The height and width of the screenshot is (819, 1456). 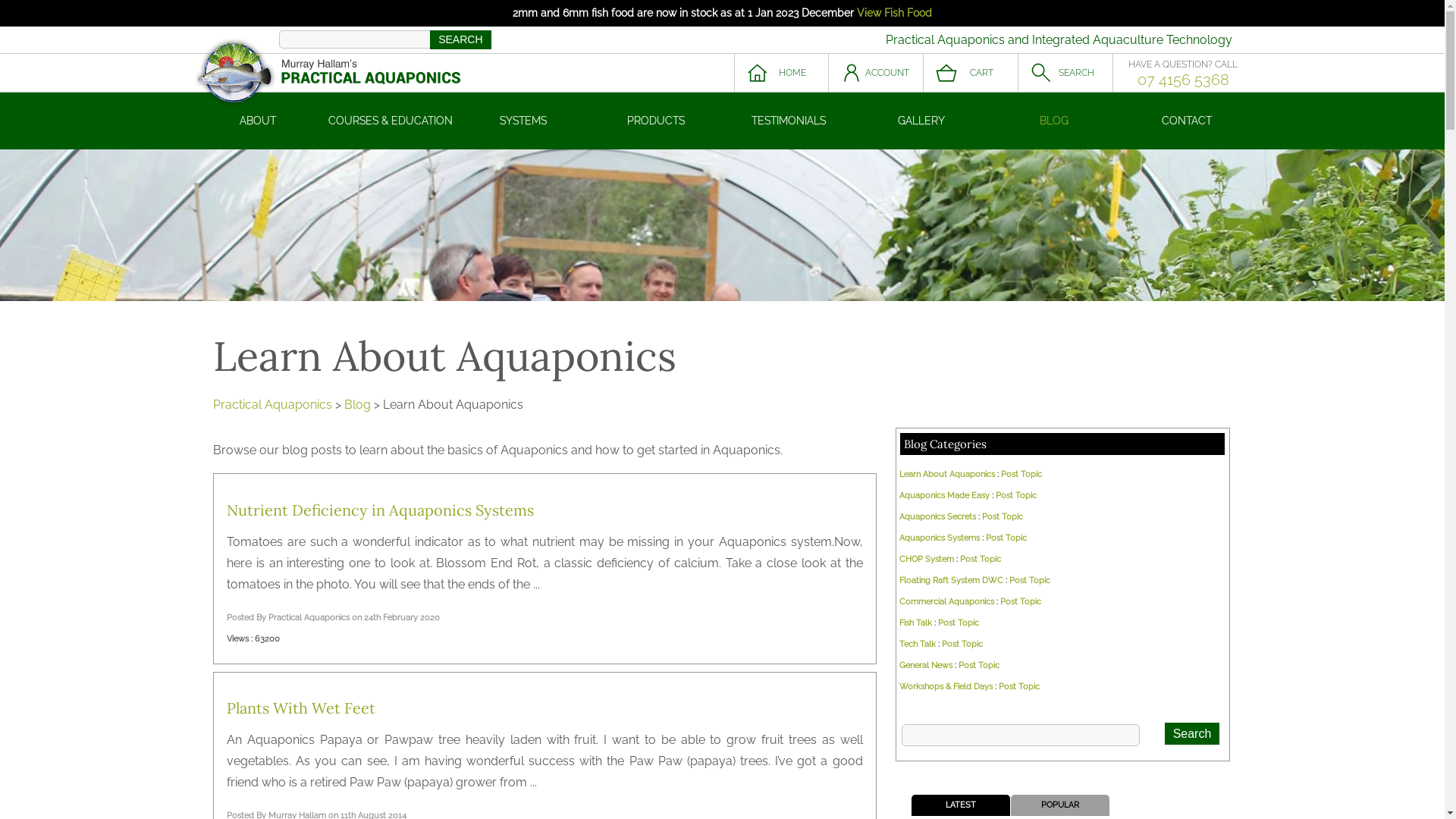 I want to click on 'Post Topic', so click(x=982, y=516).